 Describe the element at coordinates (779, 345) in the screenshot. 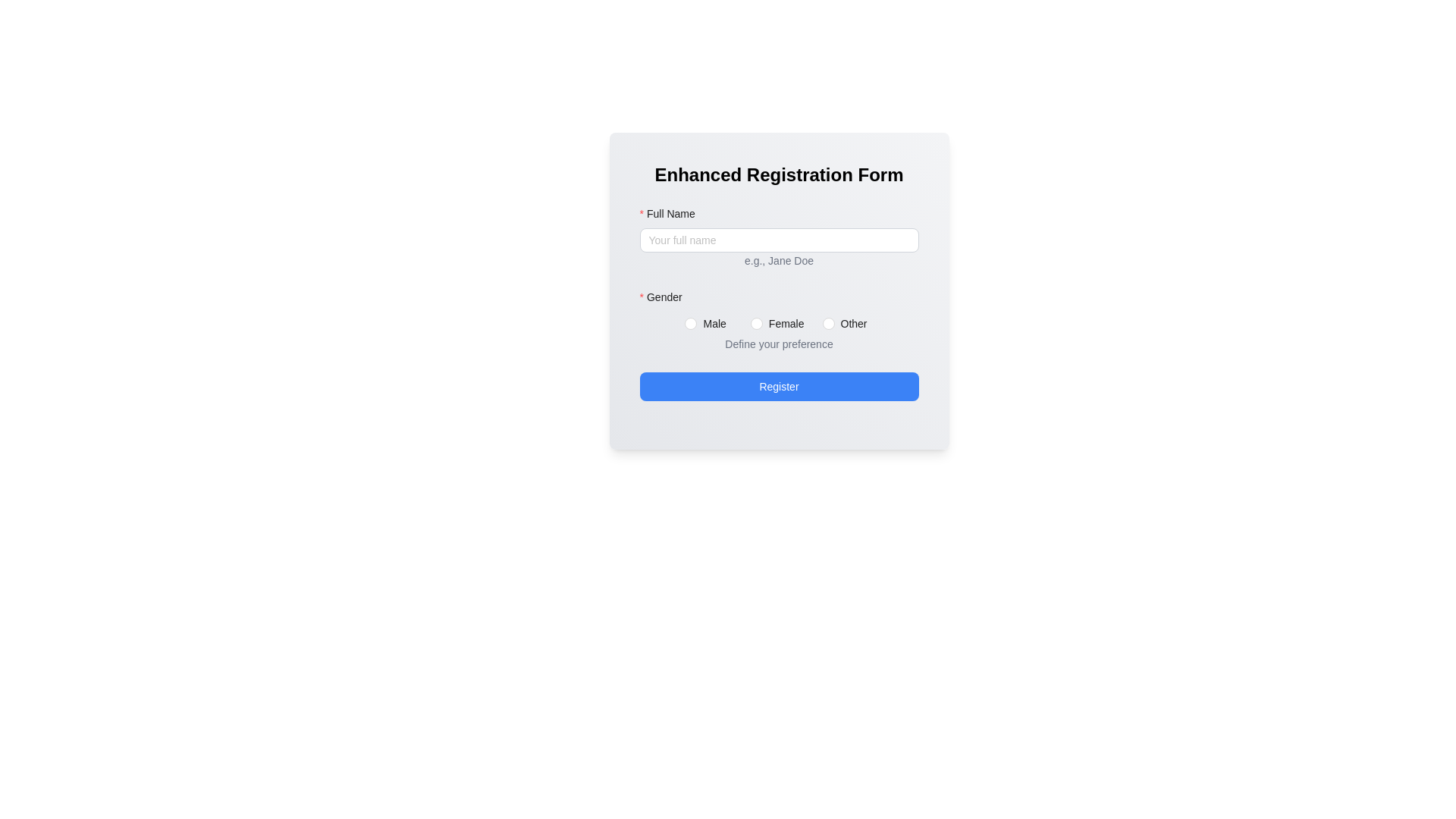

I see `the non-interactive text label providing clarification for the 'Gender' field, located below the radio buttons for 'Male', 'Female', and 'Other'` at that location.